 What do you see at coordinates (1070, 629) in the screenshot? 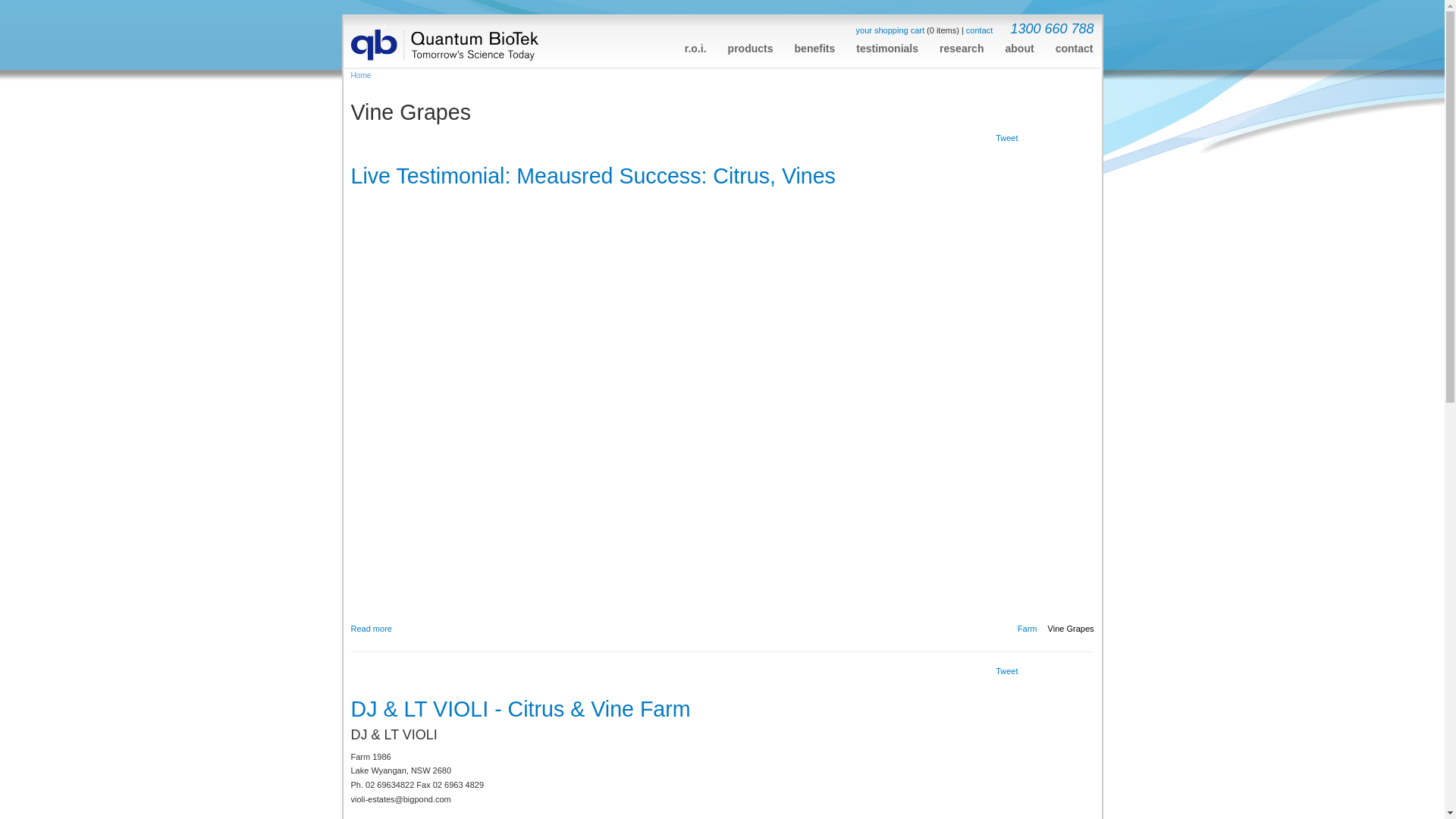
I see `'Vine Grapes'` at bounding box center [1070, 629].